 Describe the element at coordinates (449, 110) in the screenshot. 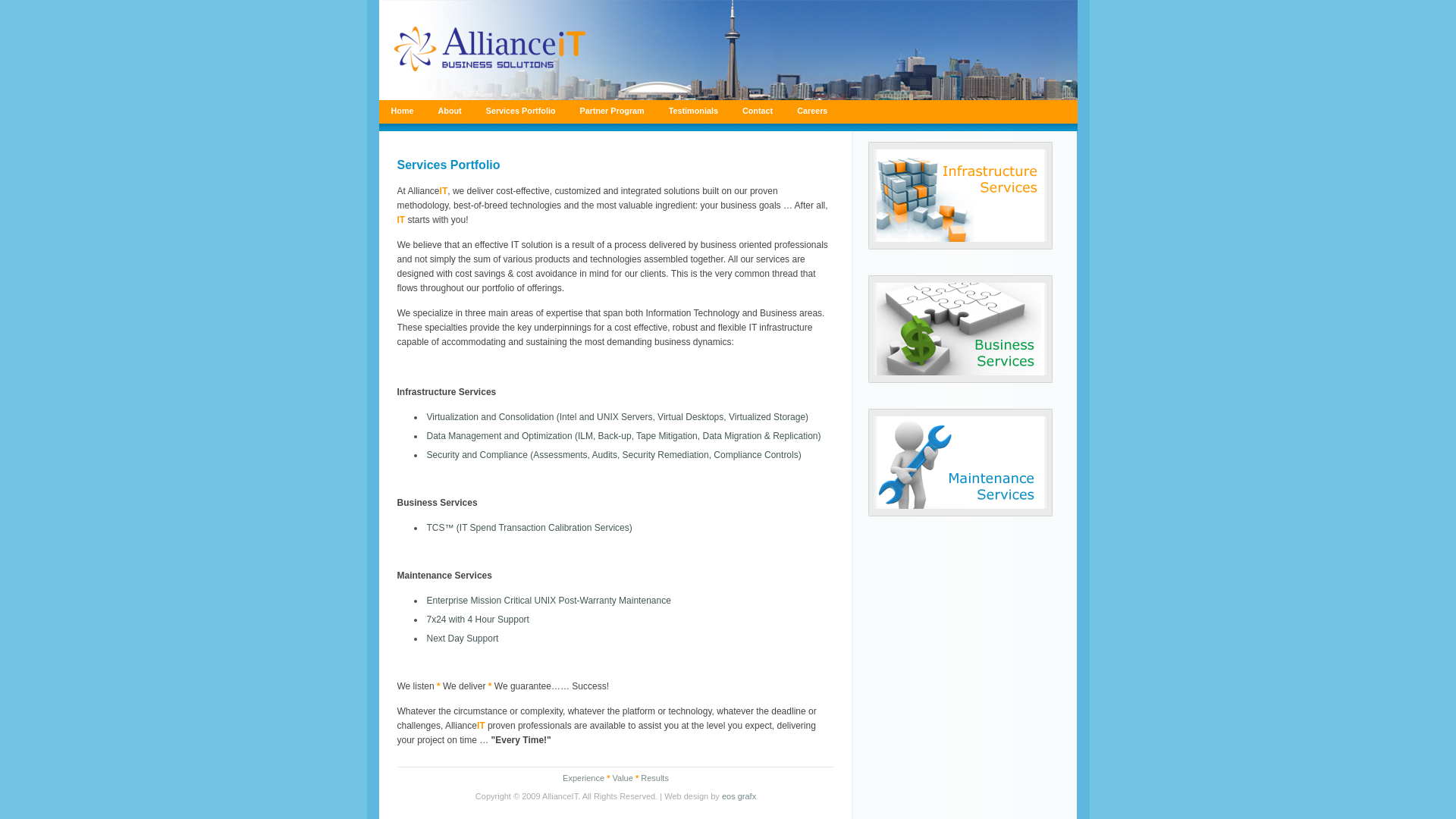

I see `'About'` at that location.